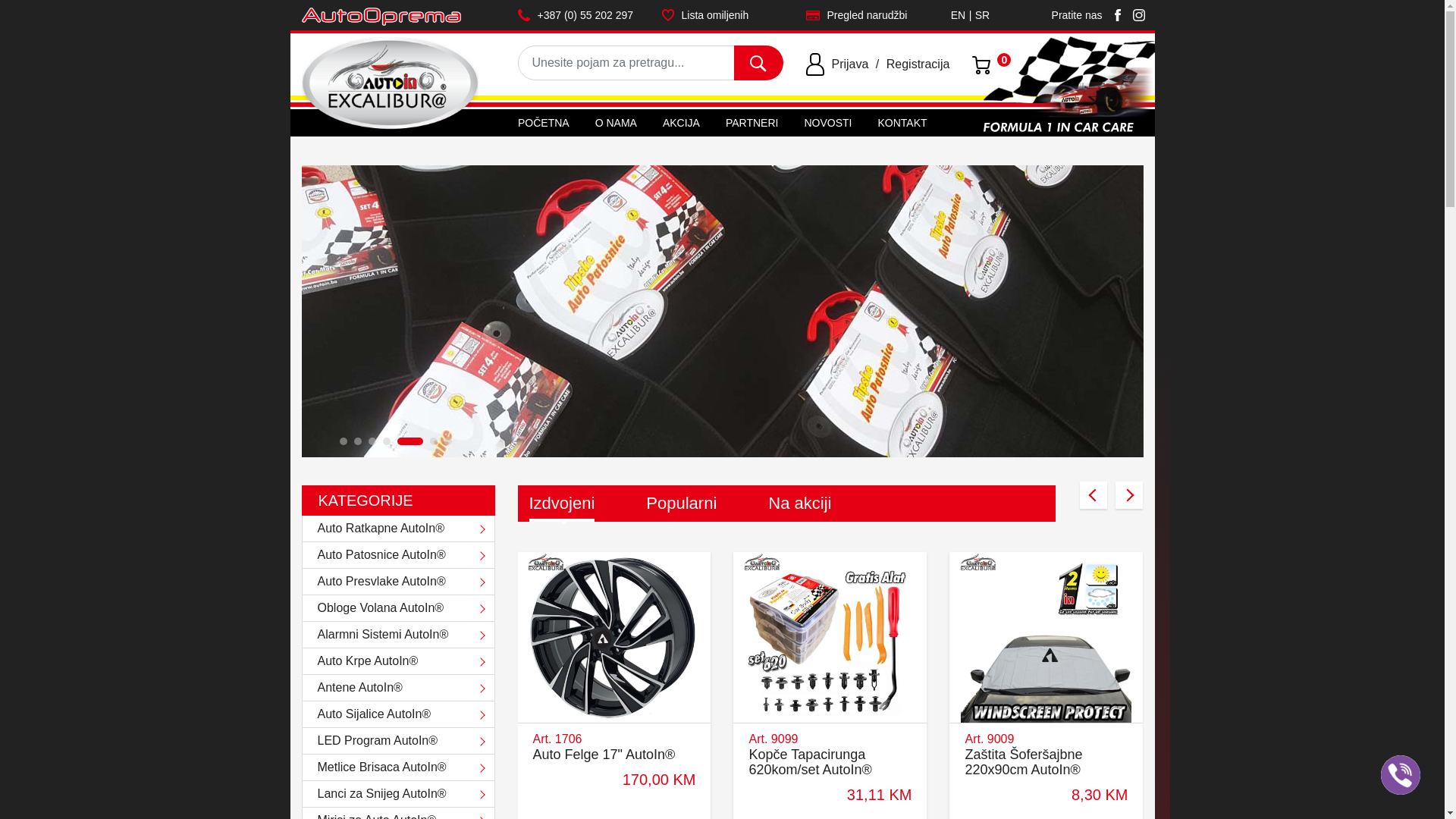  What do you see at coordinates (561, 503) in the screenshot?
I see `'Izdvojeni'` at bounding box center [561, 503].